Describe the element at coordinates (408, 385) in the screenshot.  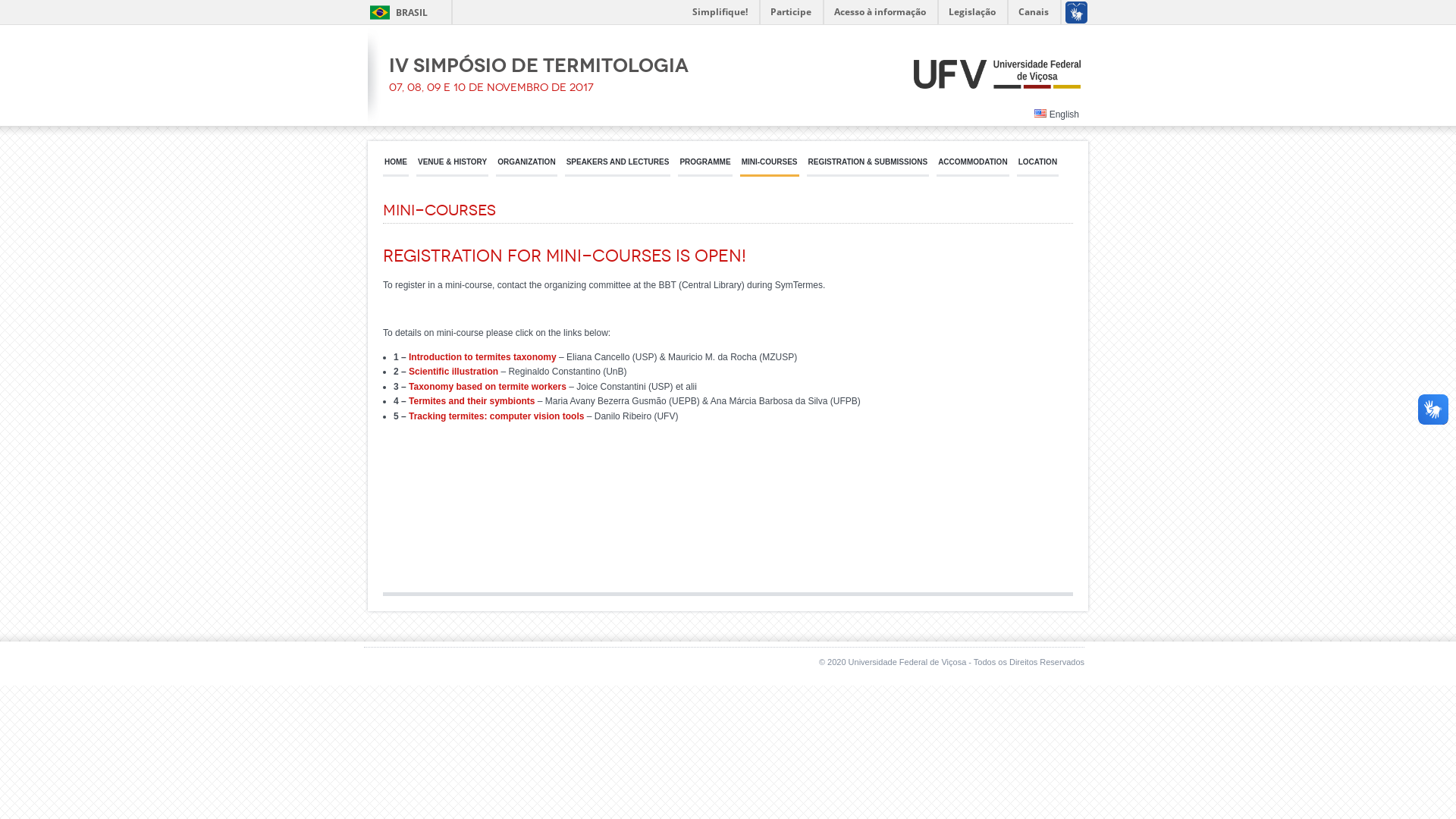
I see `'Taxonomy based on termite workers'` at that location.